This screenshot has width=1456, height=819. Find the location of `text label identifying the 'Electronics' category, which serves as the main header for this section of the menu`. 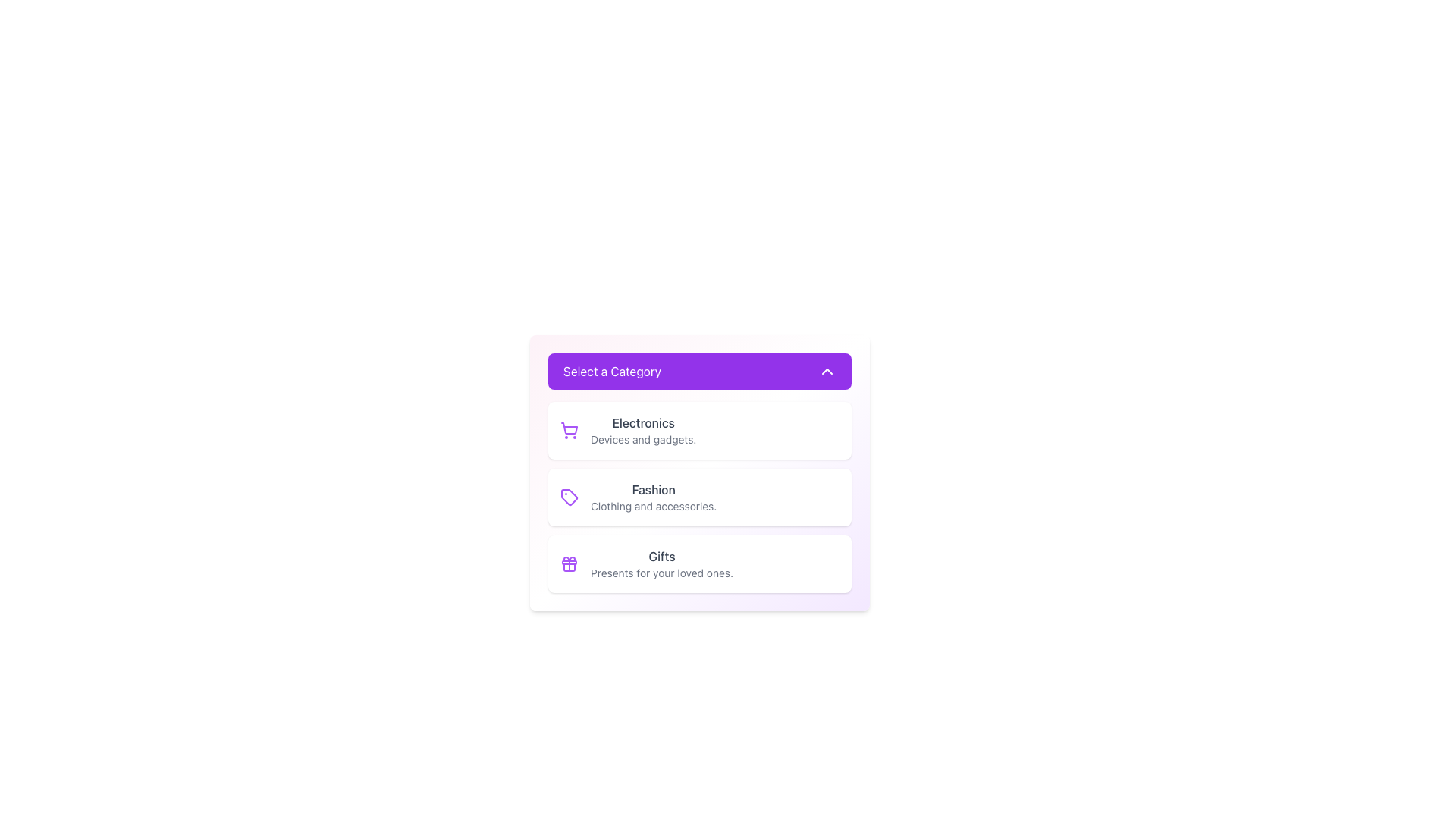

text label identifying the 'Electronics' category, which serves as the main header for this section of the menu is located at coordinates (643, 423).